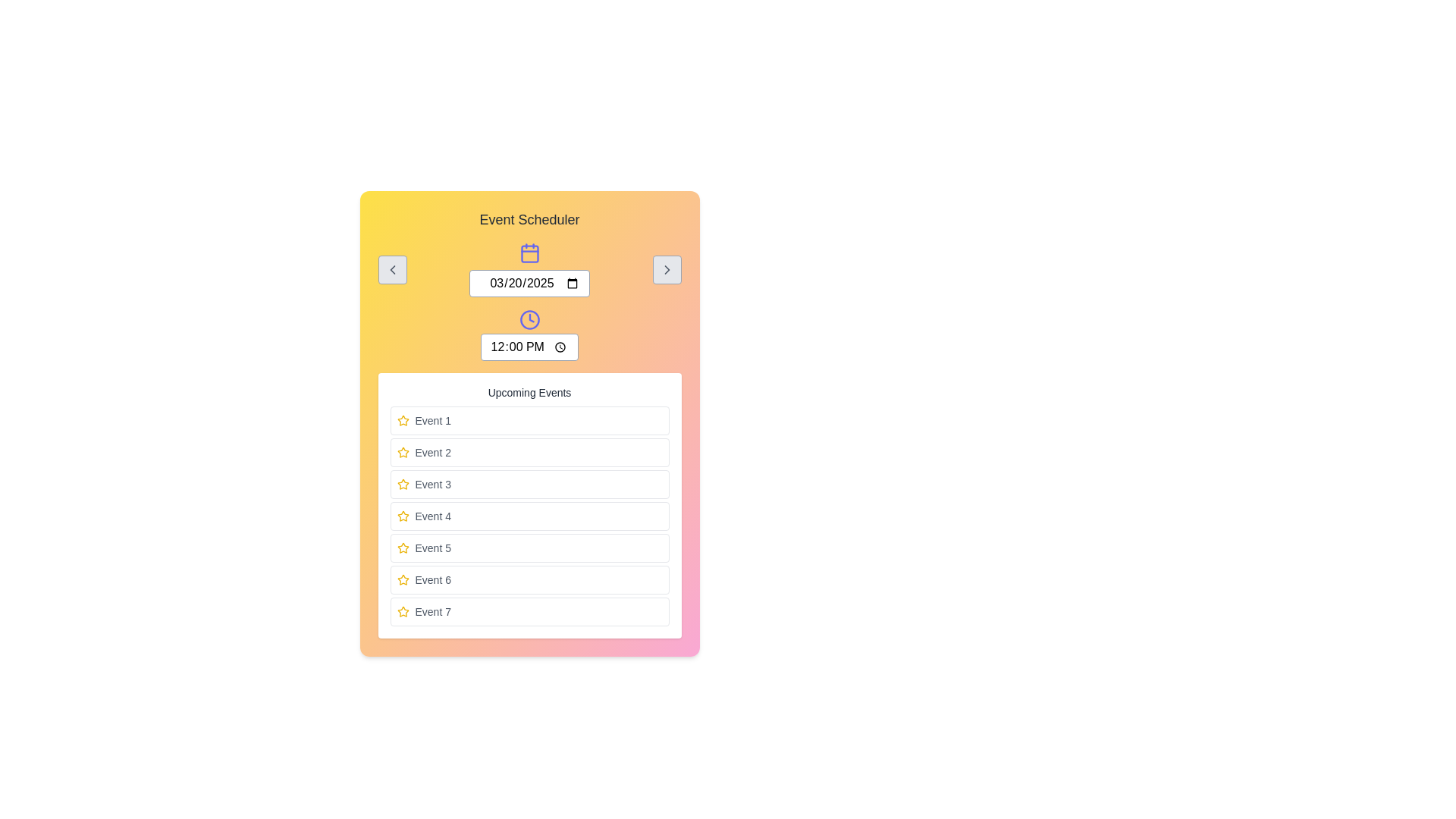 The width and height of the screenshot is (1456, 819). Describe the element at coordinates (529, 268) in the screenshot. I see `the date input field with a calendar icon, located at the center of the interface beneath the 'Event Scheduler' title` at that location.